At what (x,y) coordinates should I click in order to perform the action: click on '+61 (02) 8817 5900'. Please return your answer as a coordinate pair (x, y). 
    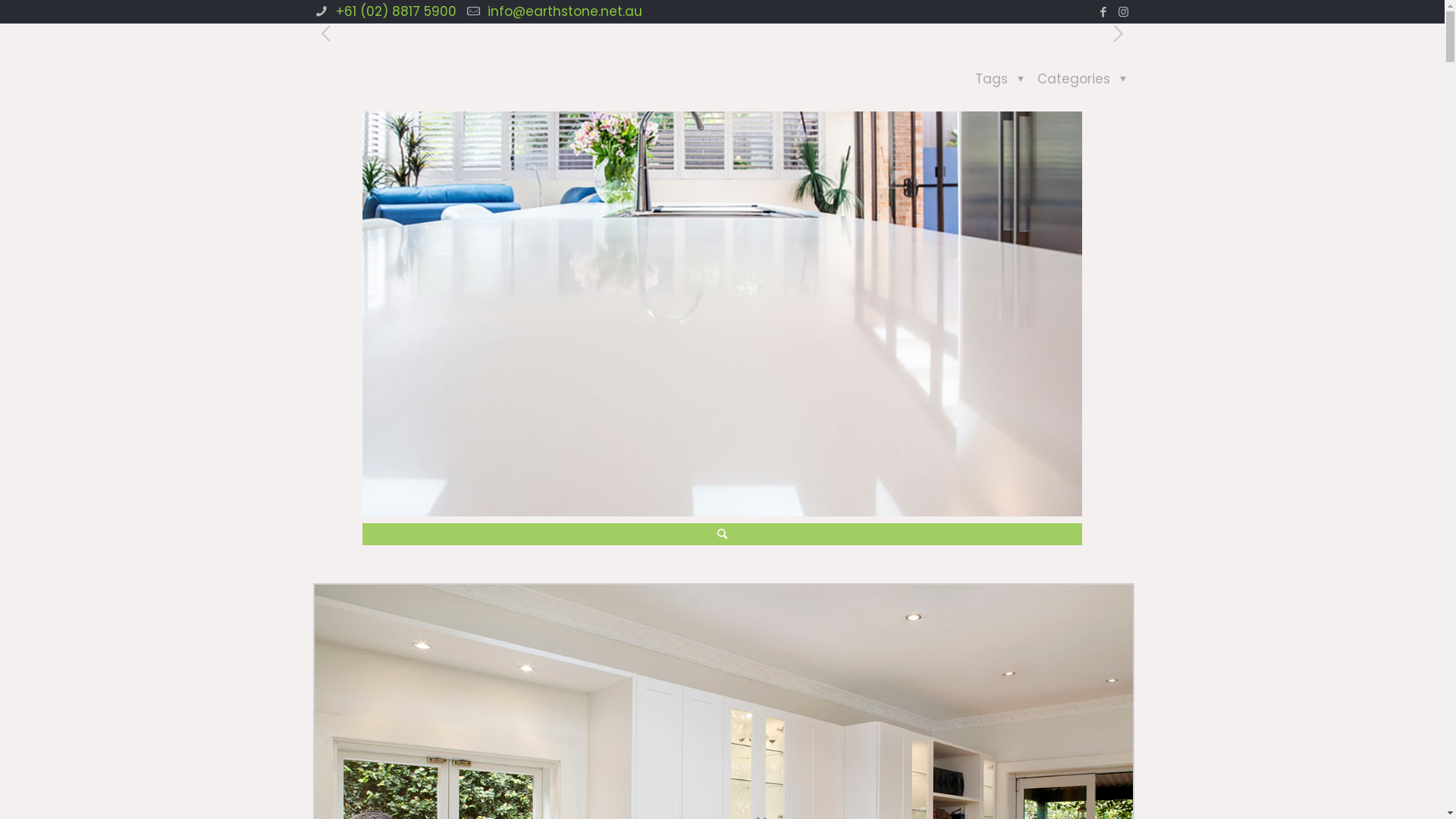
    Looking at the image, I should click on (394, 11).